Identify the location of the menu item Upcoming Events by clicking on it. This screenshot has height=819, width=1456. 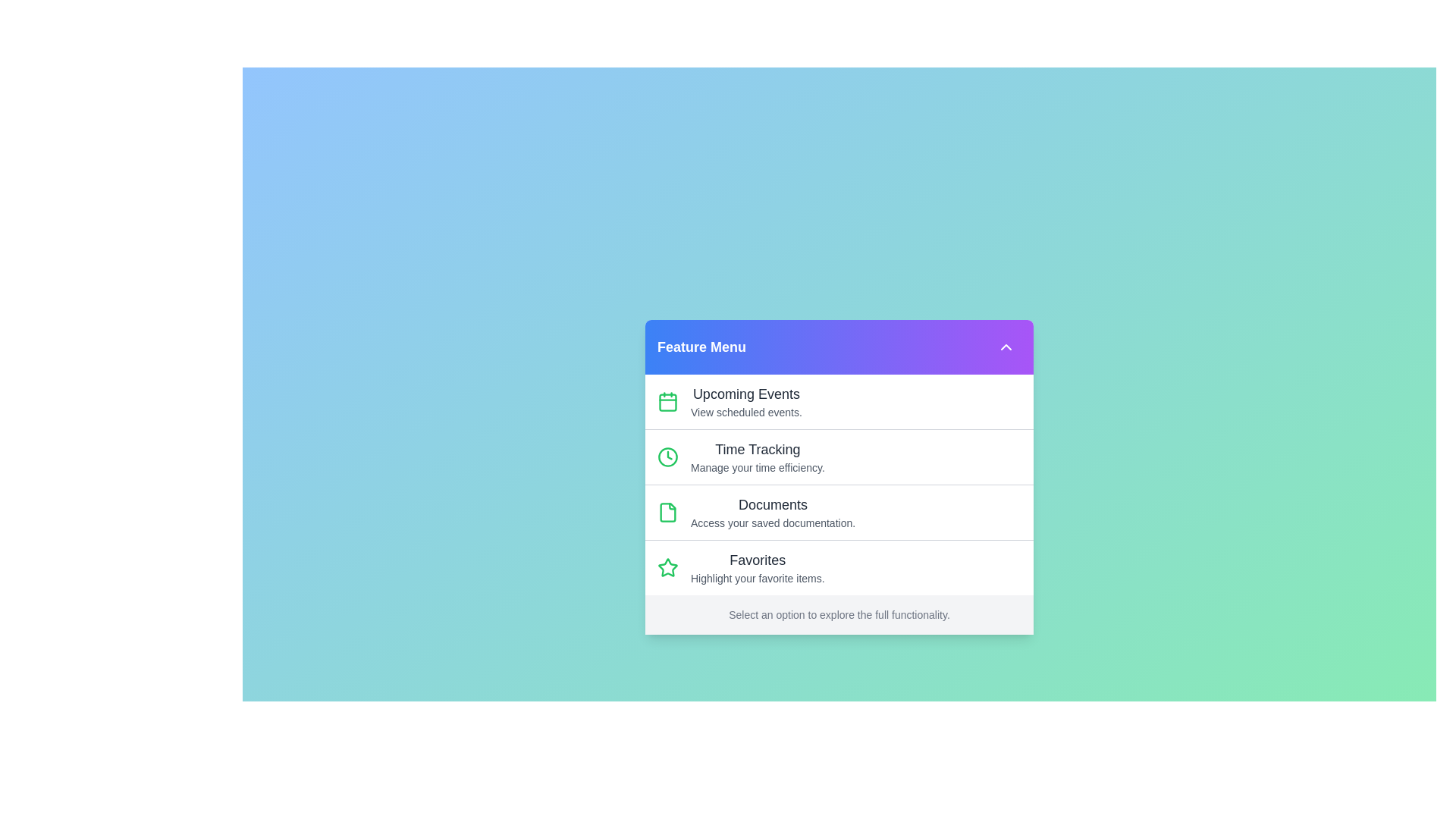
(839, 400).